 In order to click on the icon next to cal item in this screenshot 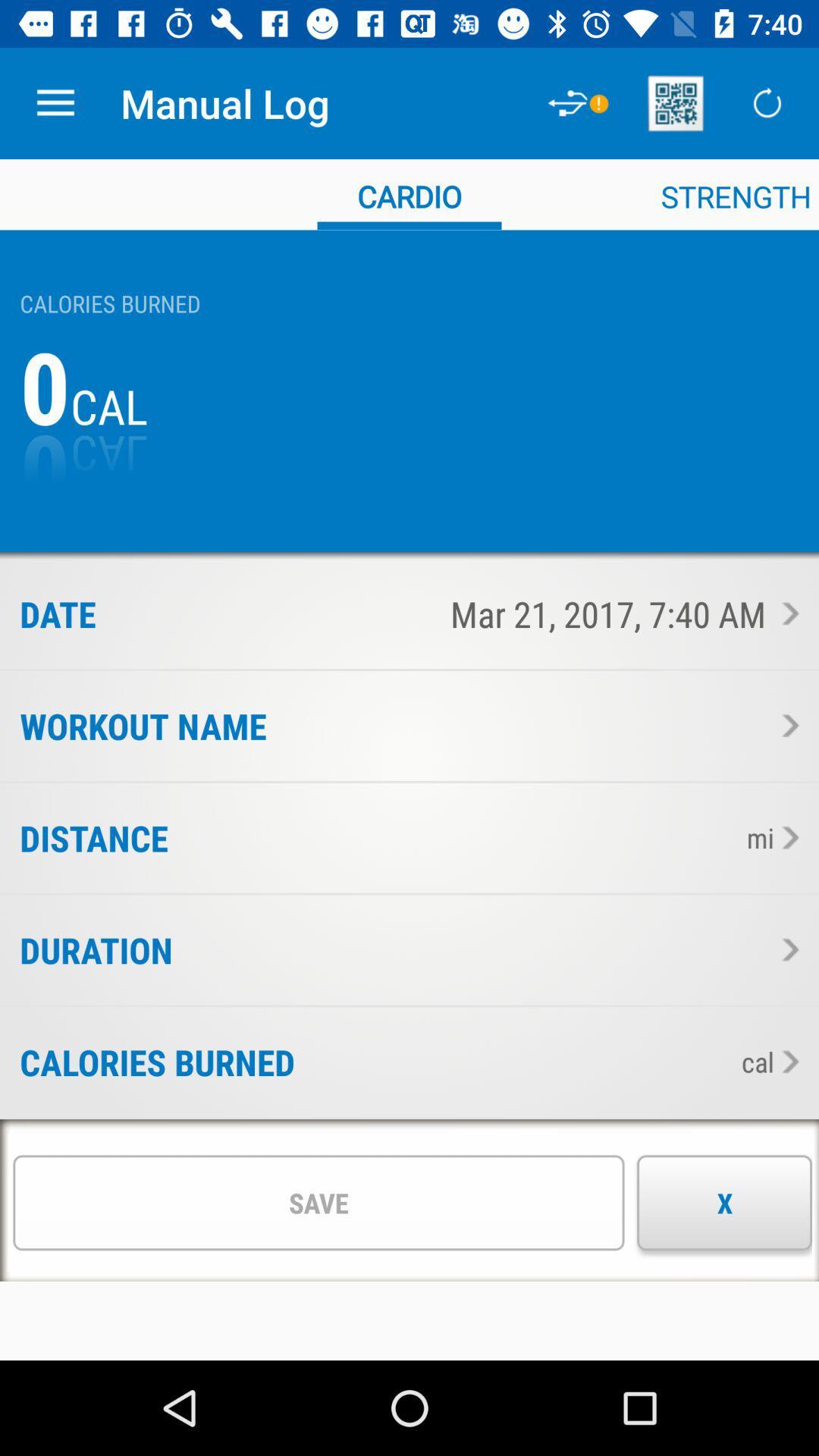, I will do `click(512, 1061)`.